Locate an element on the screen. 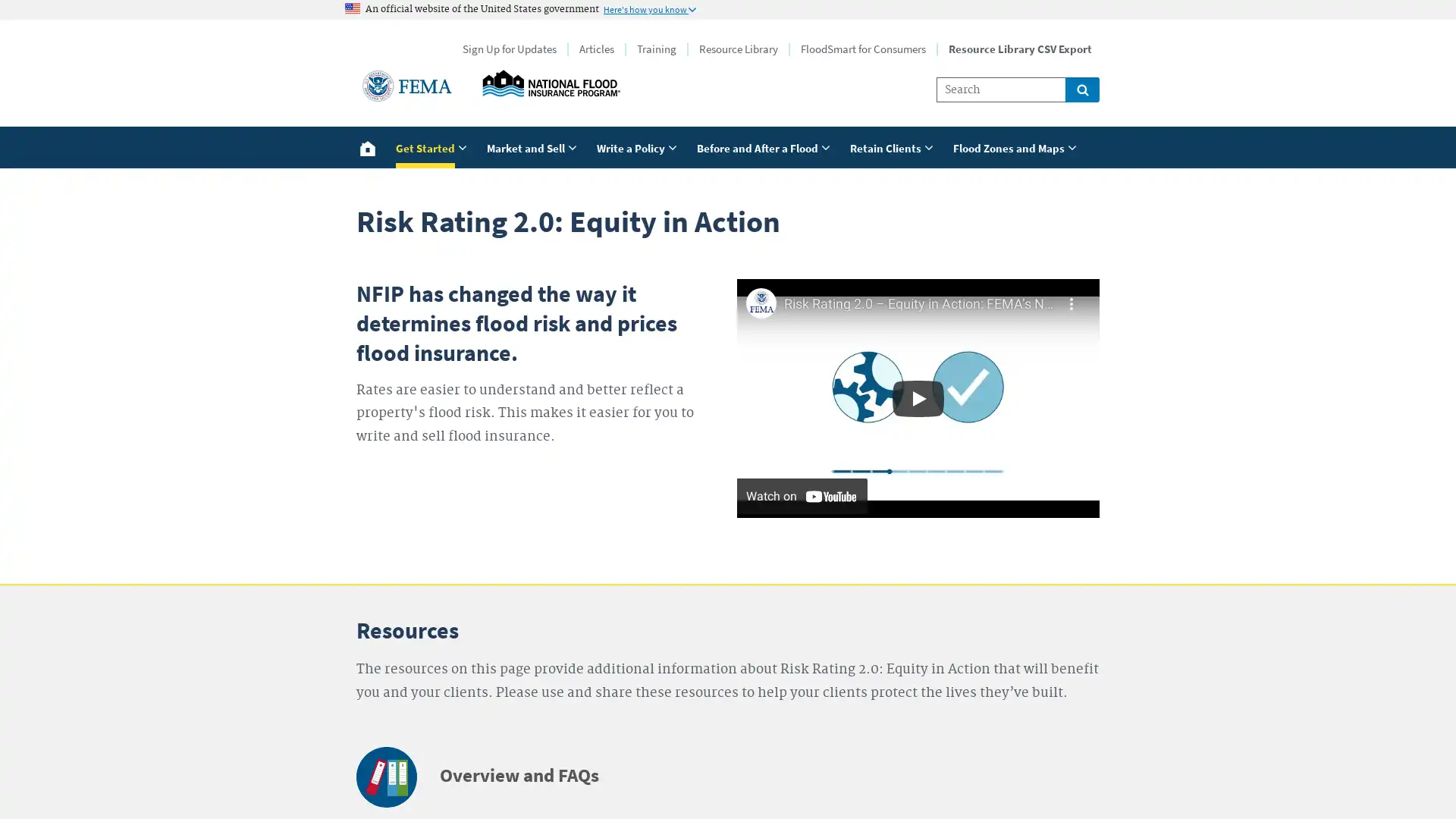 The height and width of the screenshot is (819, 1456). Here's how you know is located at coordinates (650, 8).